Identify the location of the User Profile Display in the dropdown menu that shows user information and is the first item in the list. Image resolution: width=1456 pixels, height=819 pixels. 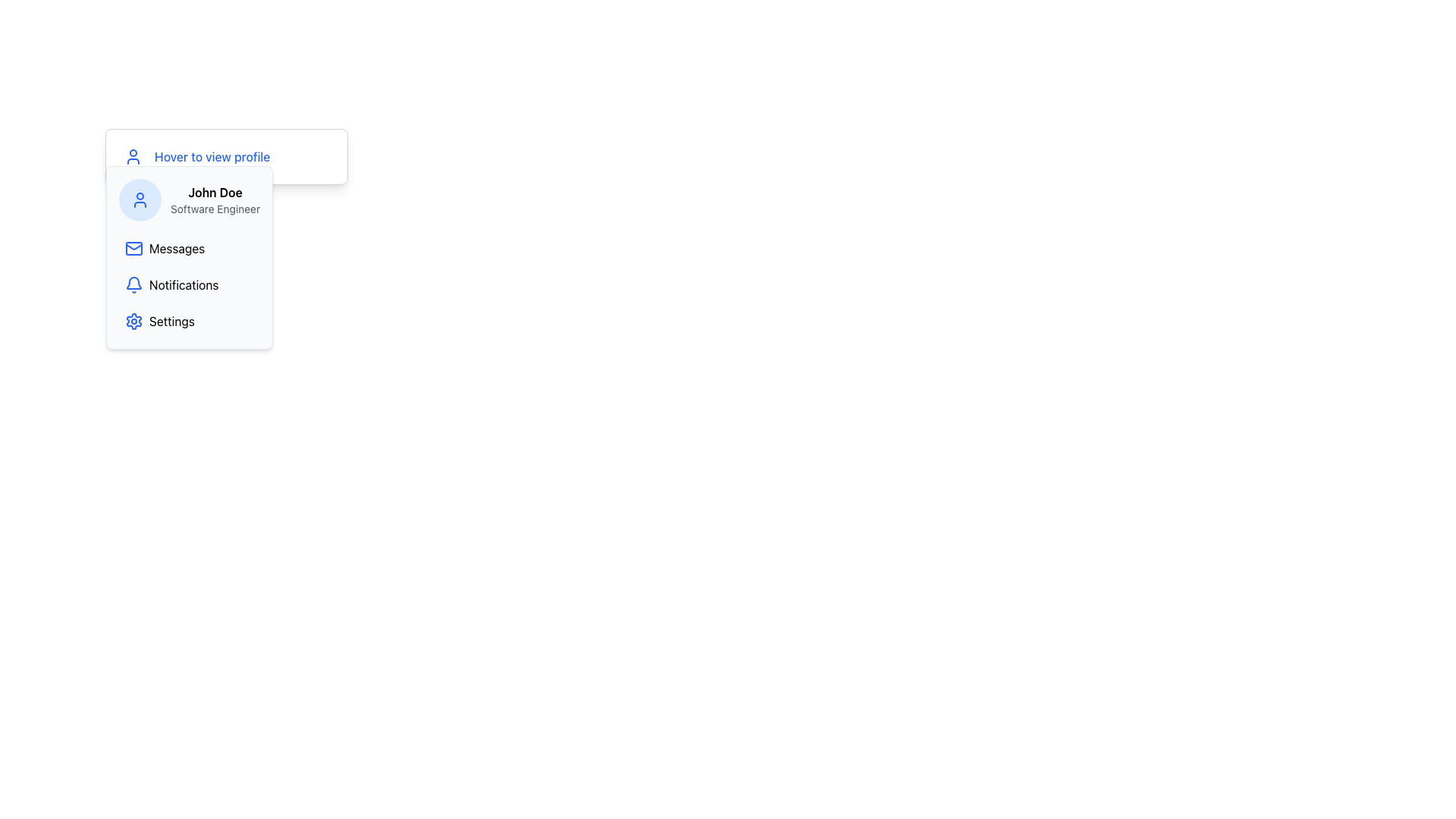
(189, 199).